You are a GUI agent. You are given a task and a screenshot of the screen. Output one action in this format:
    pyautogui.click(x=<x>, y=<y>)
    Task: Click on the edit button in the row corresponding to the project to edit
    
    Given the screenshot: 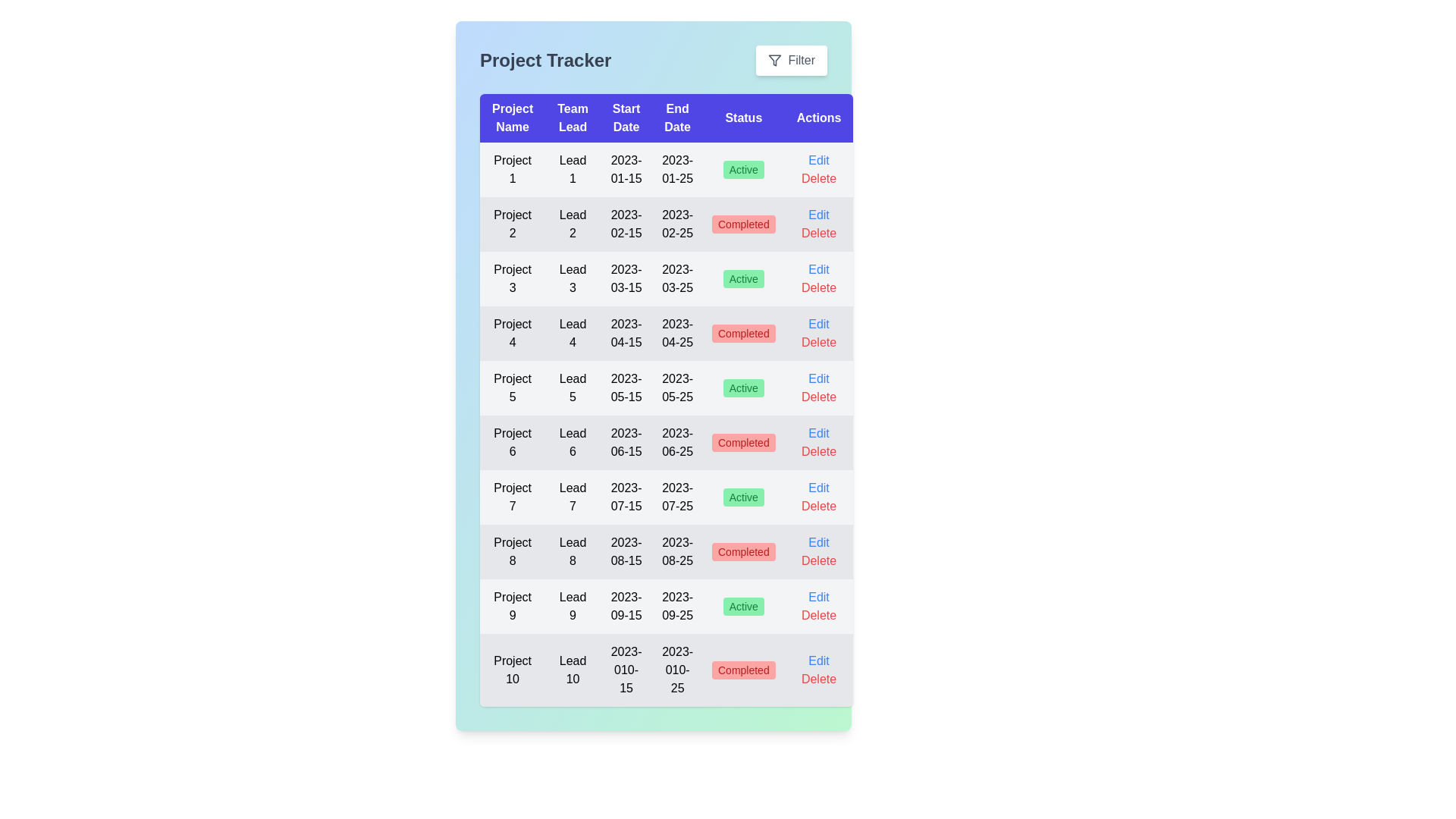 What is the action you would take?
    pyautogui.click(x=818, y=161)
    